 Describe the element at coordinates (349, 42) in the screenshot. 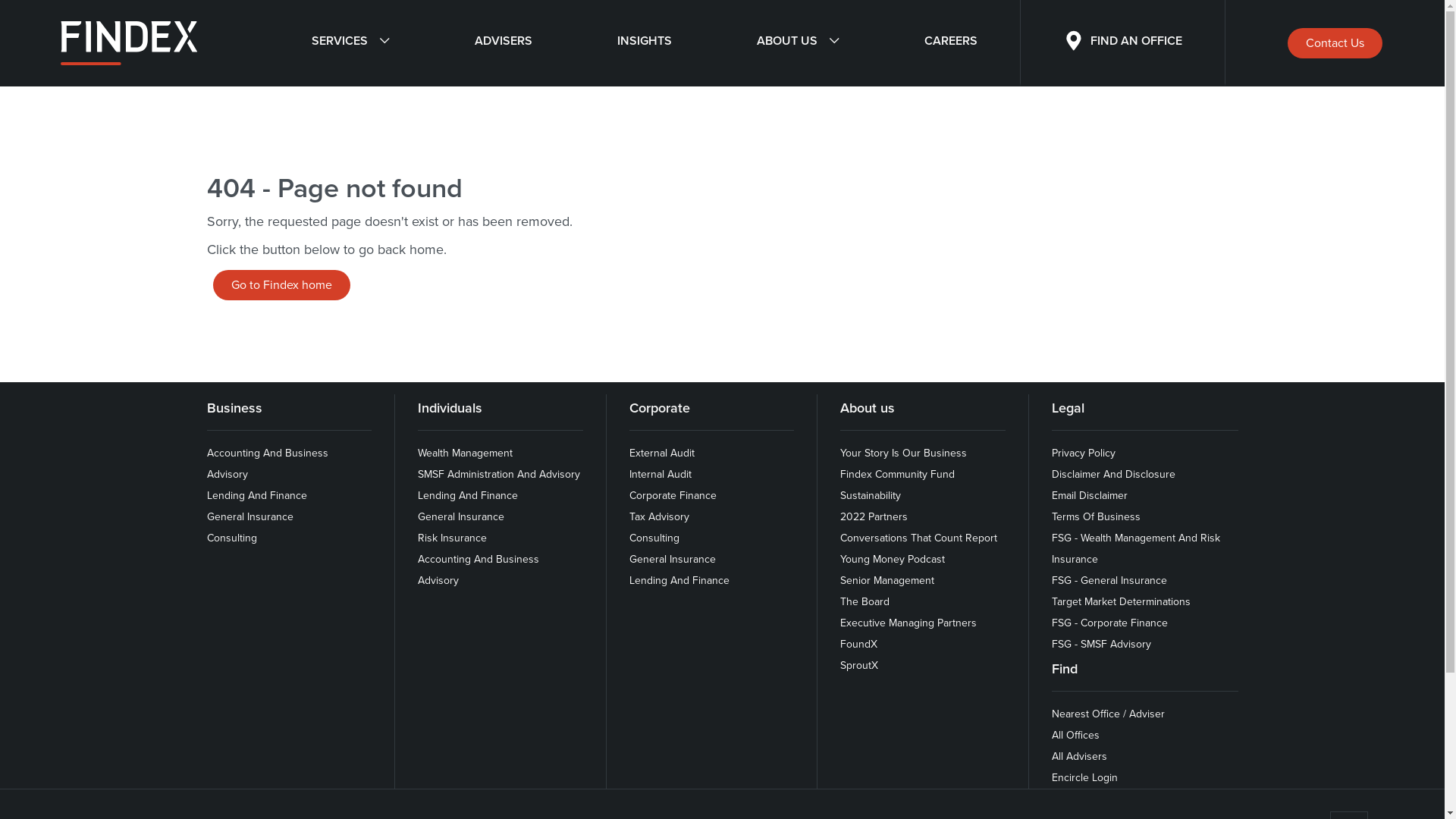

I see `'SERVICES'` at that location.